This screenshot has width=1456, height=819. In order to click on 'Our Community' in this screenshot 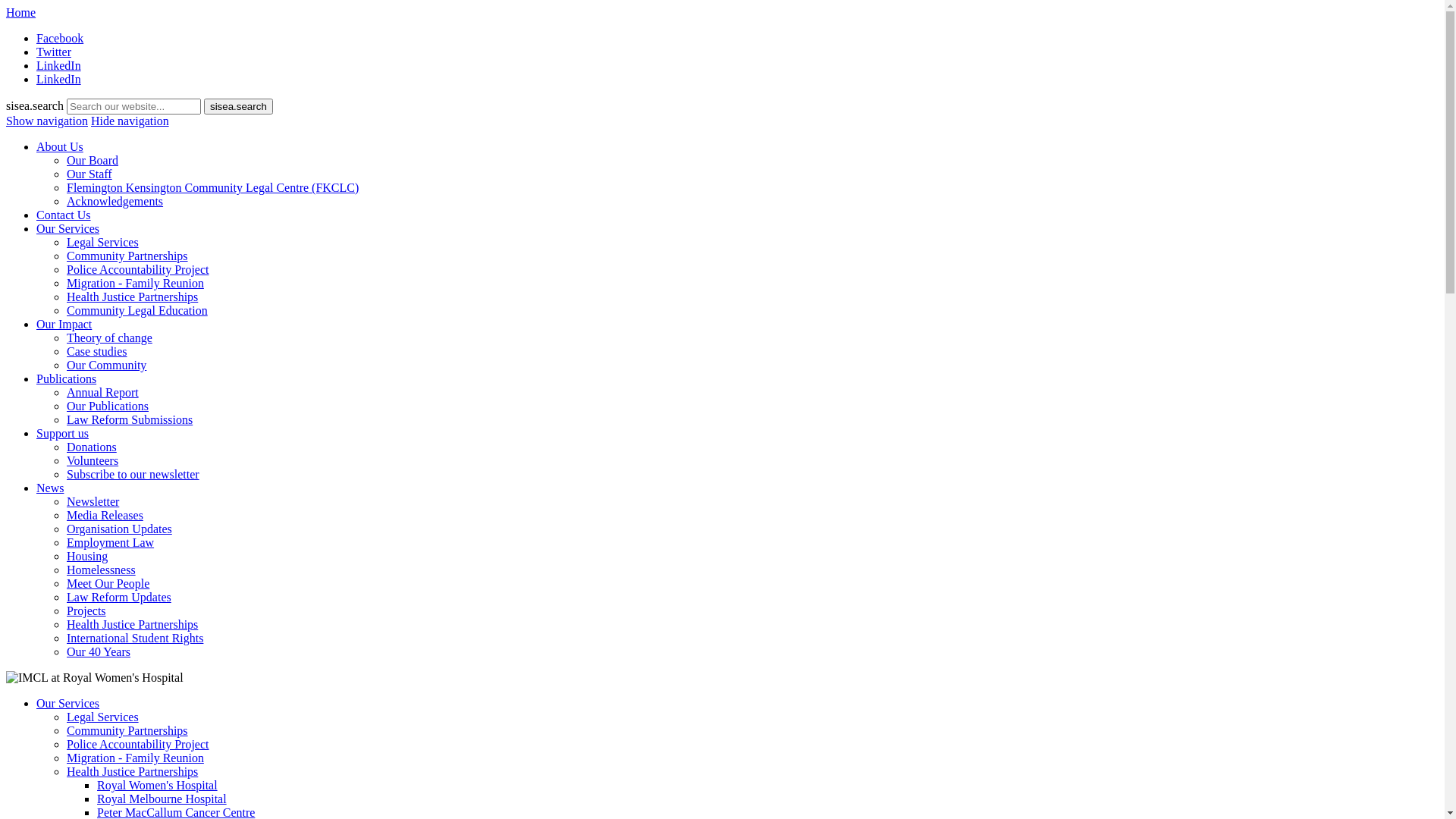, I will do `click(105, 365)`.